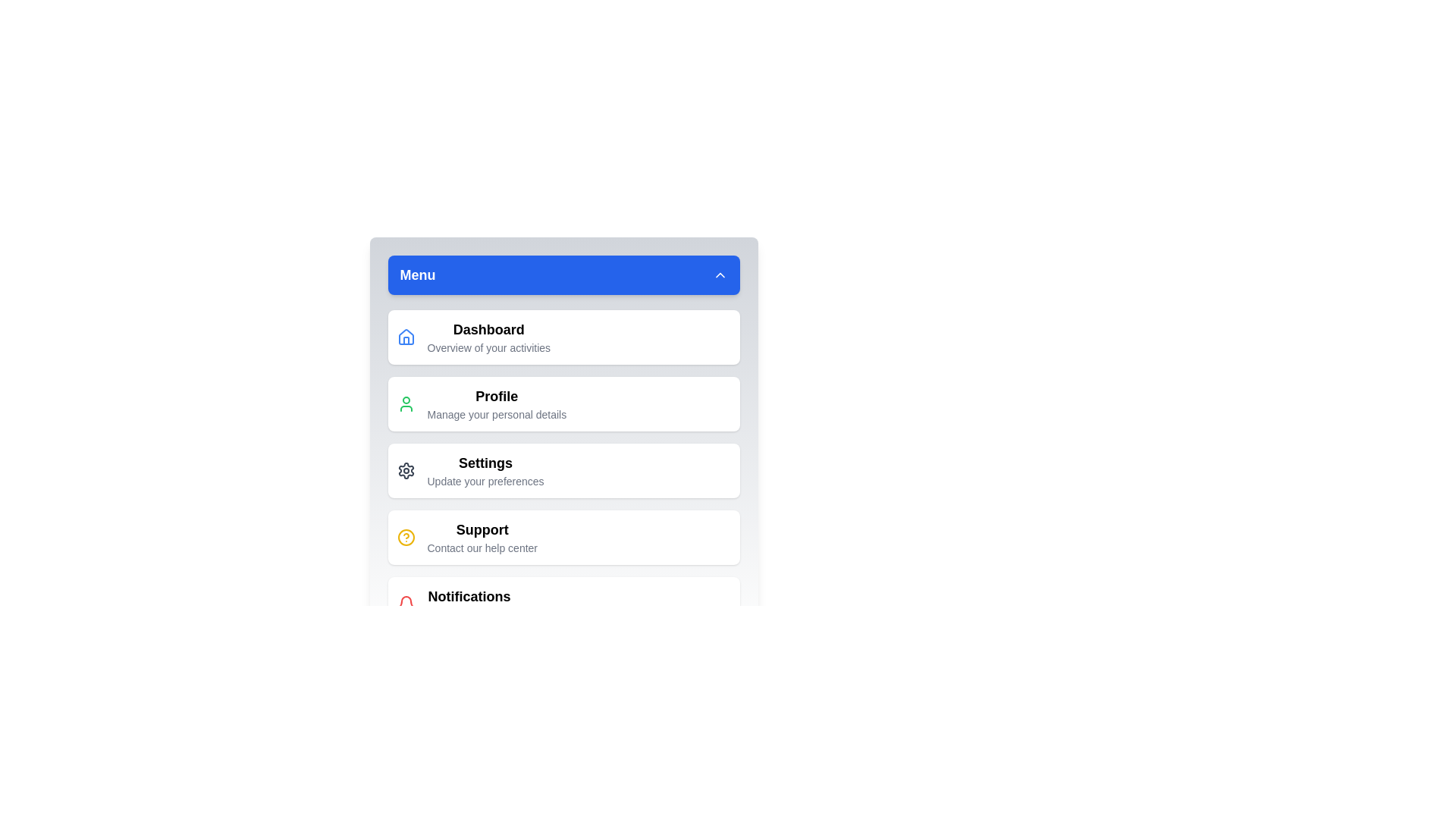 This screenshot has width=1456, height=819. I want to click on text of the Text label styled heading that identifies the Dashboard section in the menu, positioned above the Overview of your activities text, so click(488, 329).